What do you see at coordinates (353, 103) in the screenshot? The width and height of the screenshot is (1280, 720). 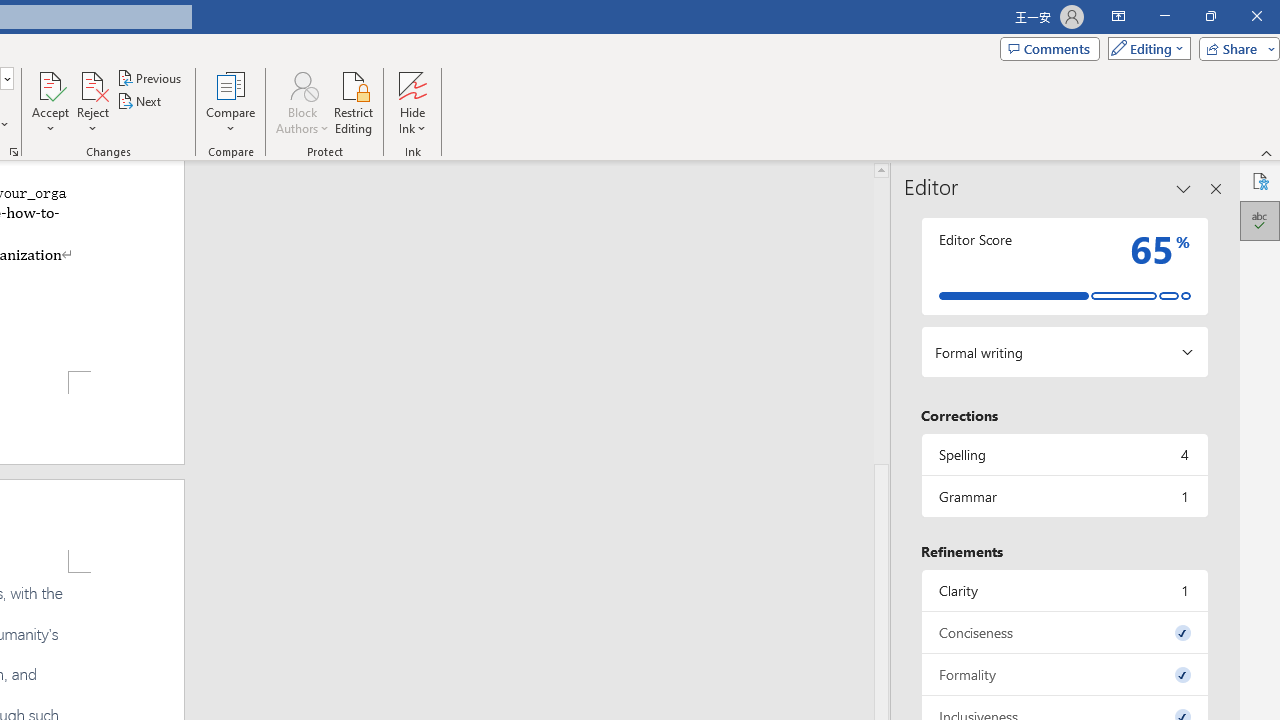 I see `'Restrict Editing'` at bounding box center [353, 103].